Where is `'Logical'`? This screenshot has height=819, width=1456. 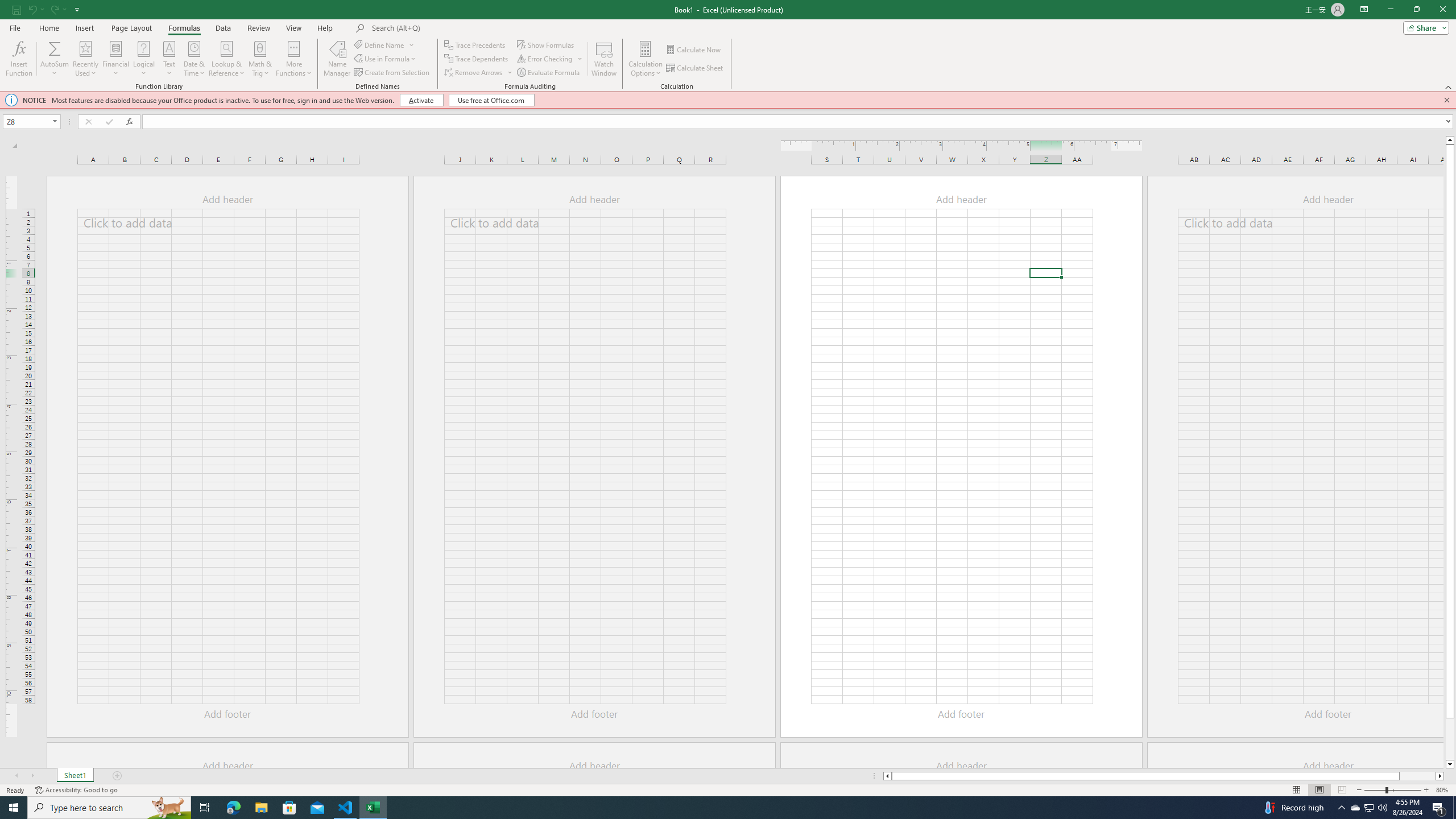 'Logical' is located at coordinates (143, 59).